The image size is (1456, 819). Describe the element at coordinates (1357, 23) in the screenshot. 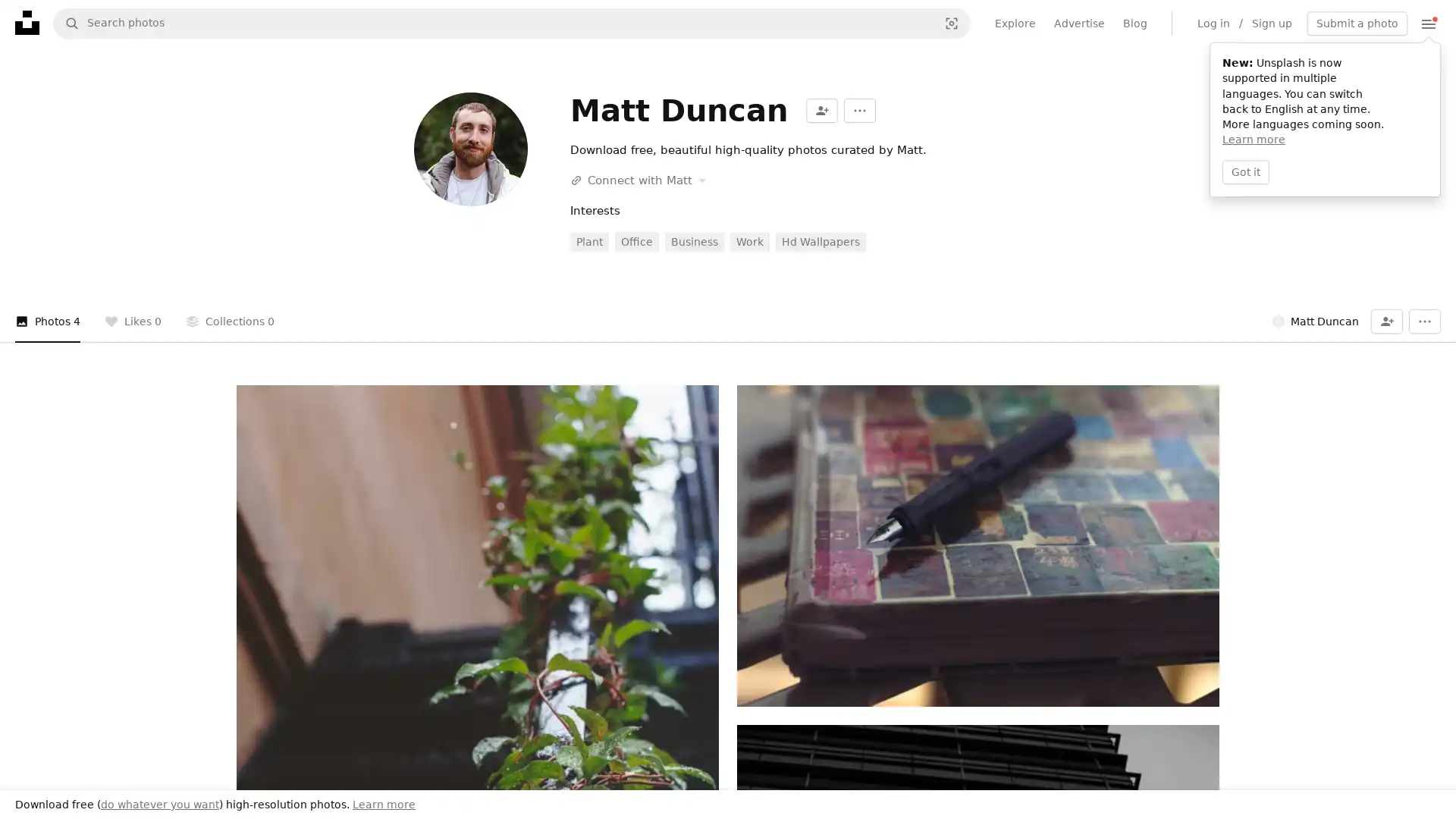

I see `Submita photo` at that location.